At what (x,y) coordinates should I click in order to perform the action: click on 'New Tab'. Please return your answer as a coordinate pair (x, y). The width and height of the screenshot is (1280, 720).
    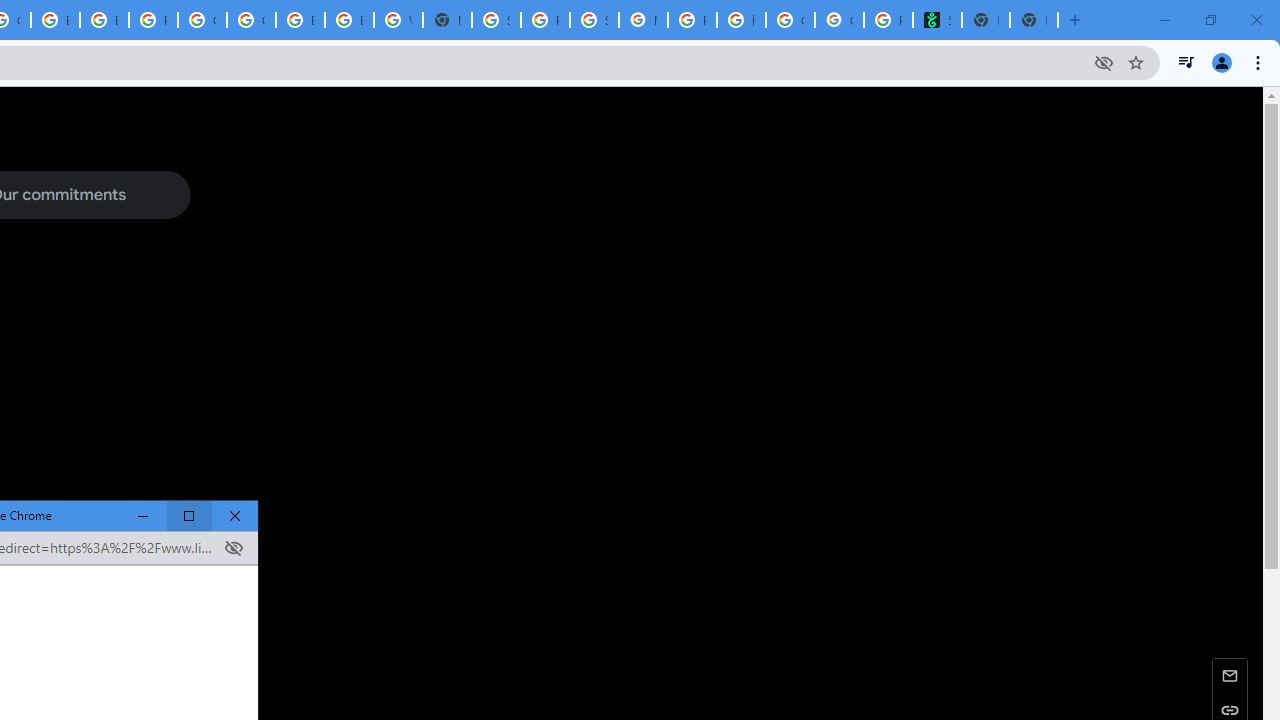
    Looking at the image, I should click on (1034, 20).